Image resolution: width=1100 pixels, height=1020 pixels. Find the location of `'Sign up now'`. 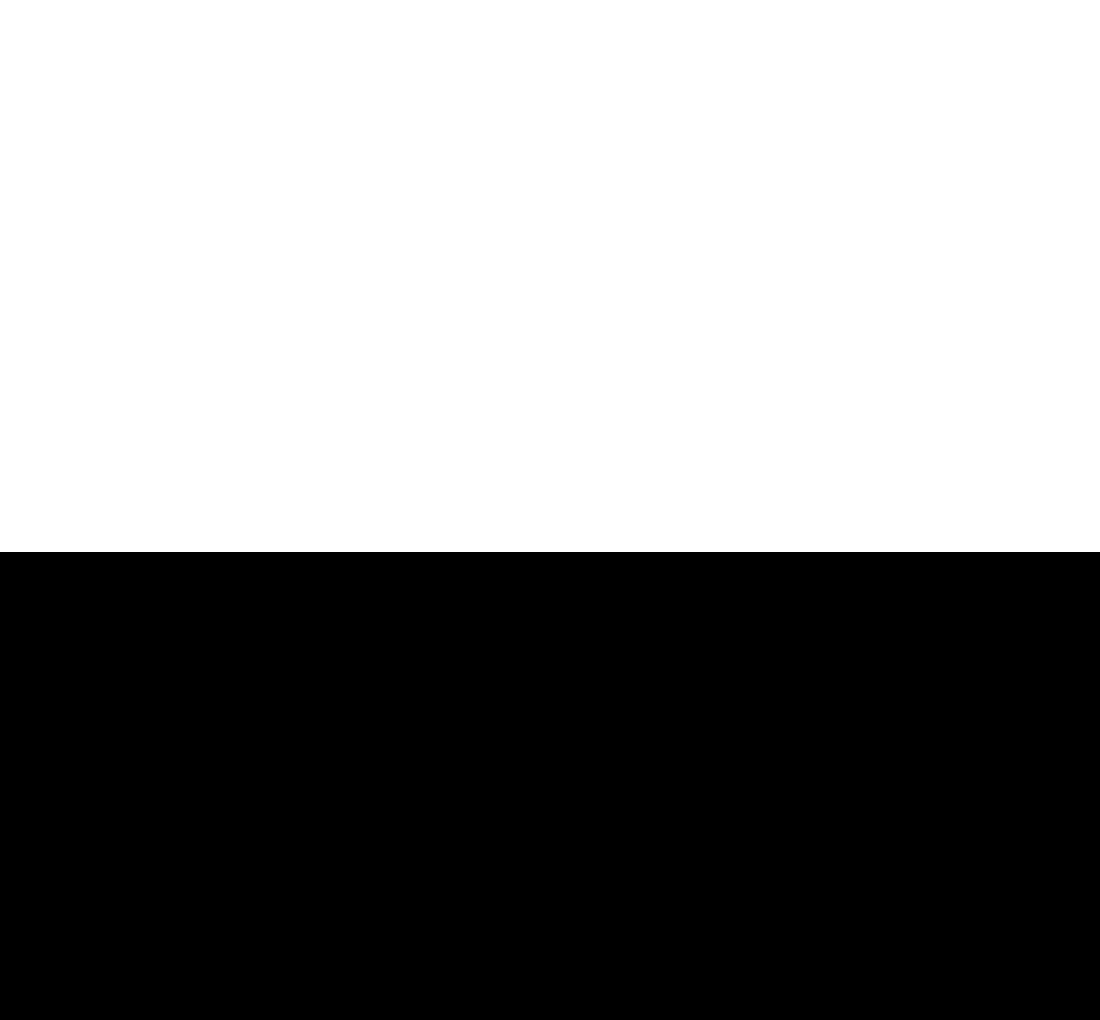

'Sign up now' is located at coordinates (287, 434).